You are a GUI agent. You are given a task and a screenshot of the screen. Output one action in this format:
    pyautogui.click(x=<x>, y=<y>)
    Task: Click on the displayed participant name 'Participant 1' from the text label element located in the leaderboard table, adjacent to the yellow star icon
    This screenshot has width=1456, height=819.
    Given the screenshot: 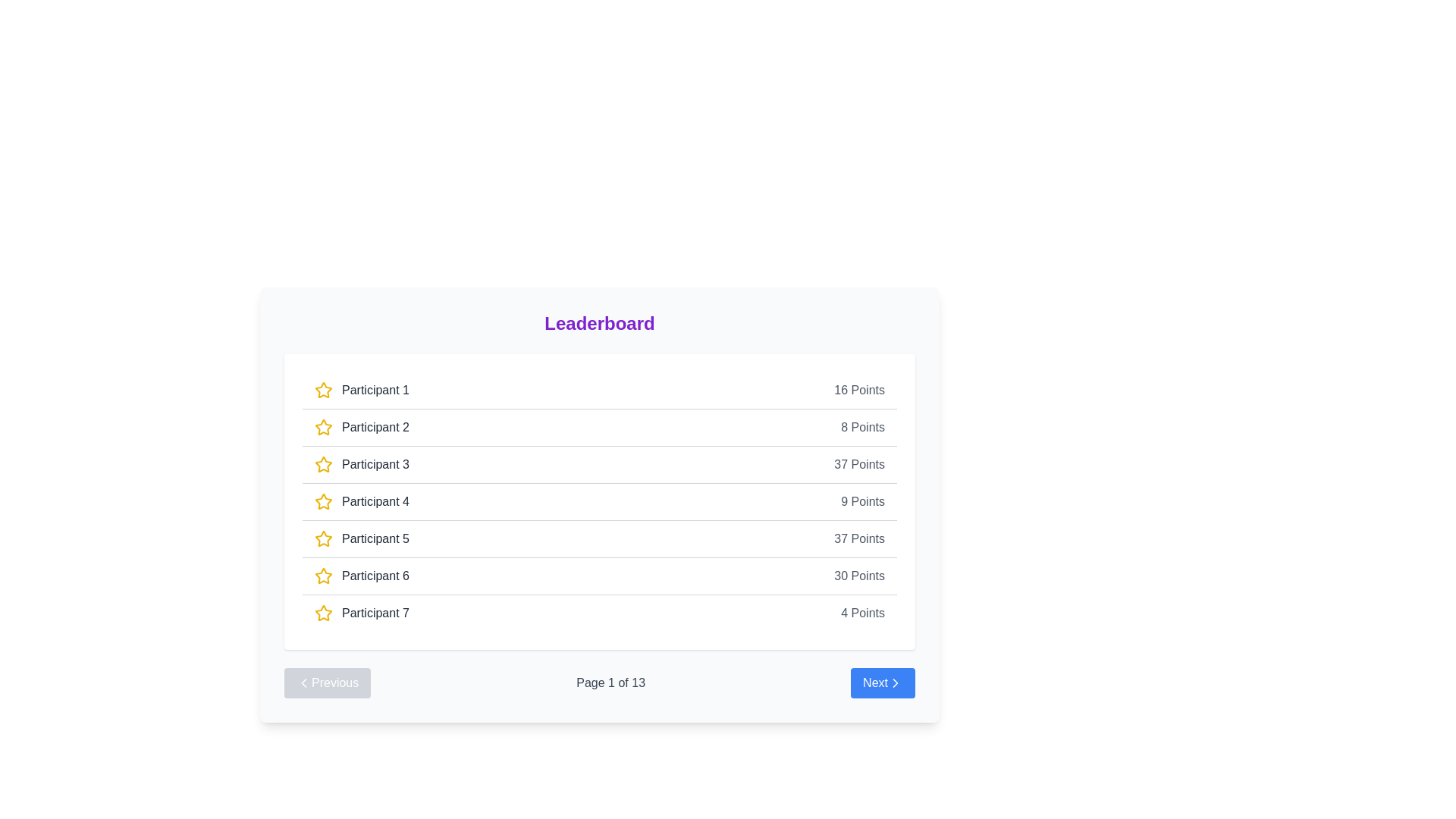 What is the action you would take?
    pyautogui.click(x=375, y=390)
    